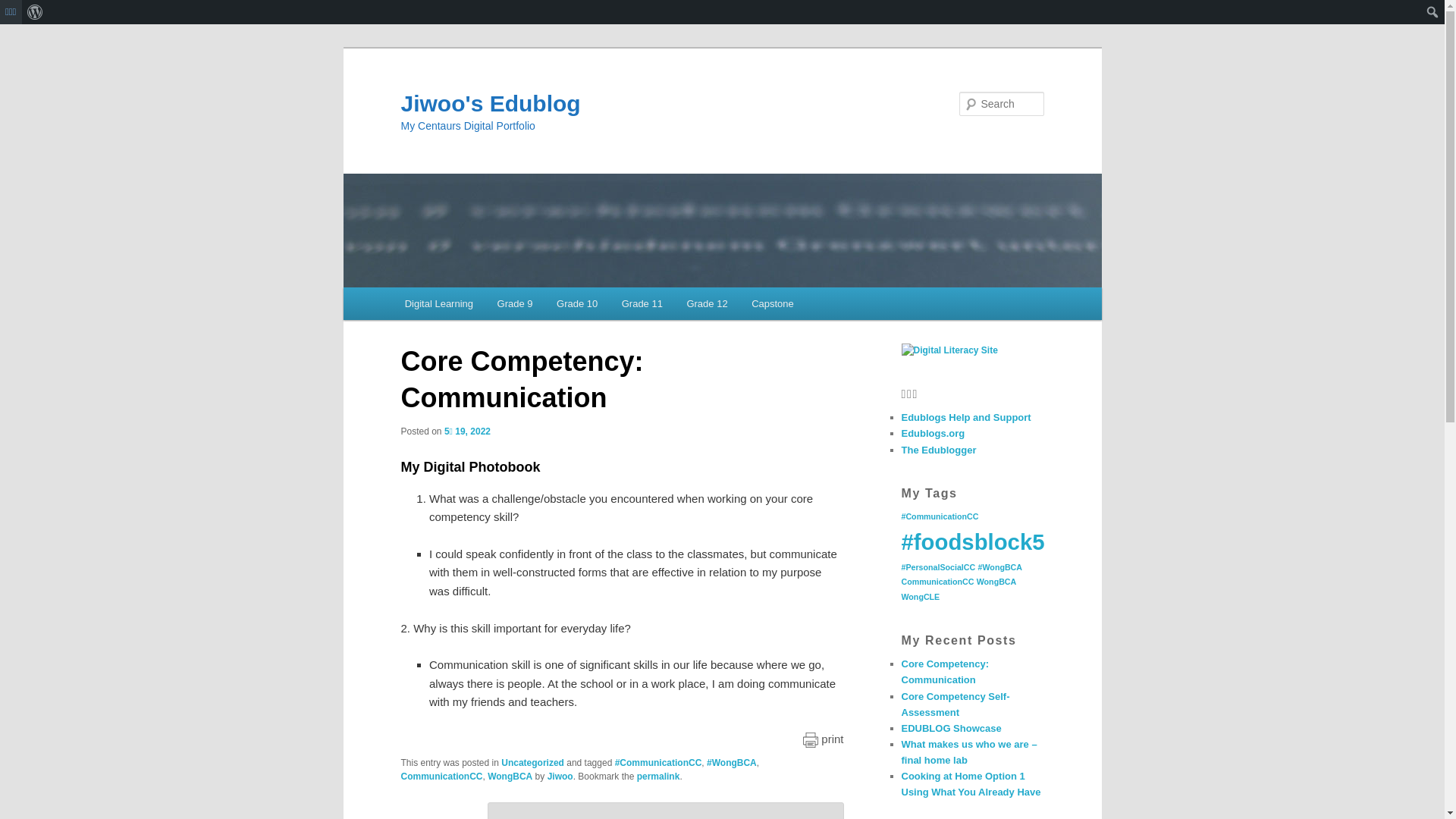  What do you see at coordinates (514, 303) in the screenshot?
I see `'Grade 9'` at bounding box center [514, 303].